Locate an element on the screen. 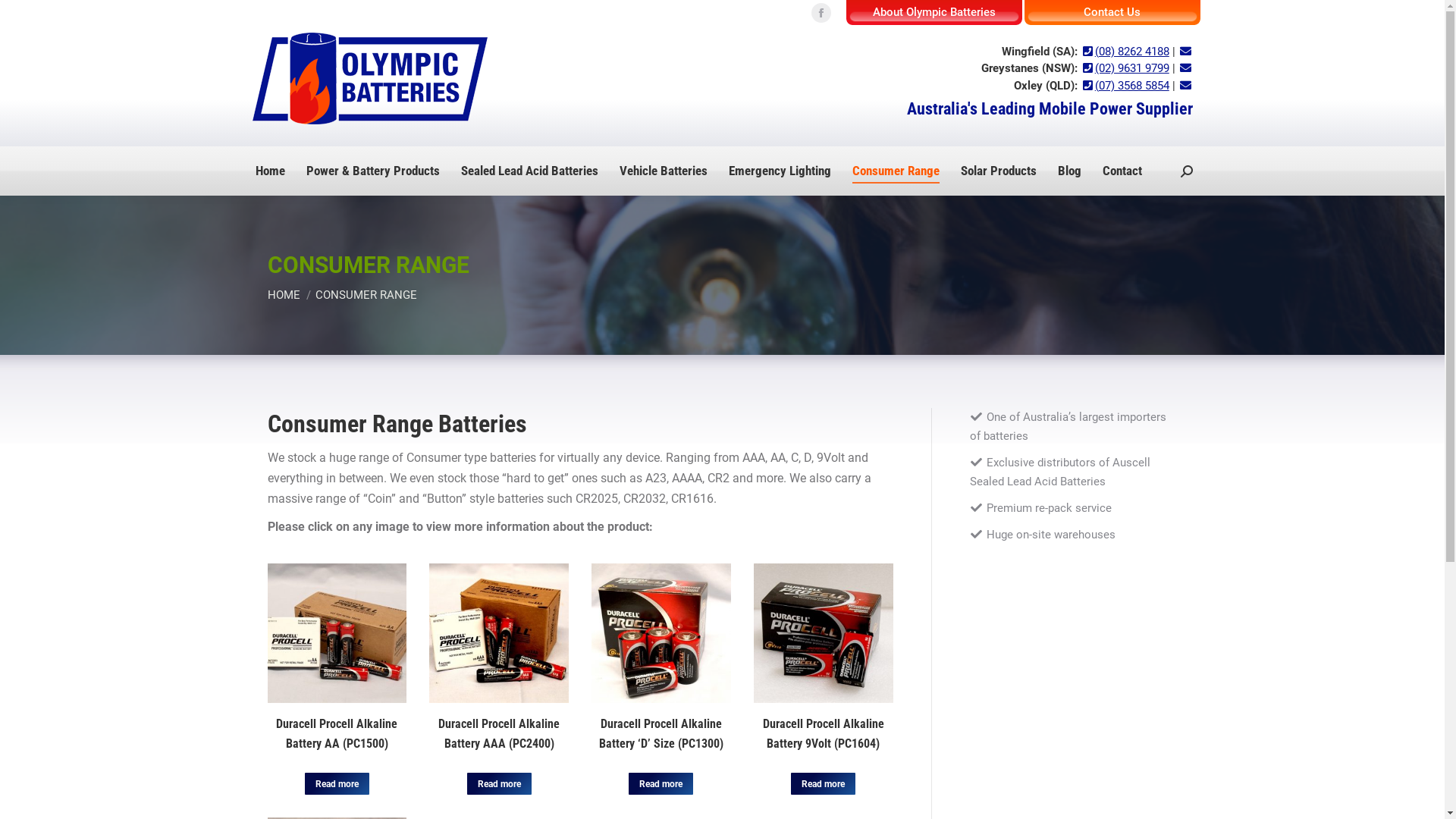 This screenshot has height=819, width=1456. '(08) 8262 4188' is located at coordinates (1125, 51).